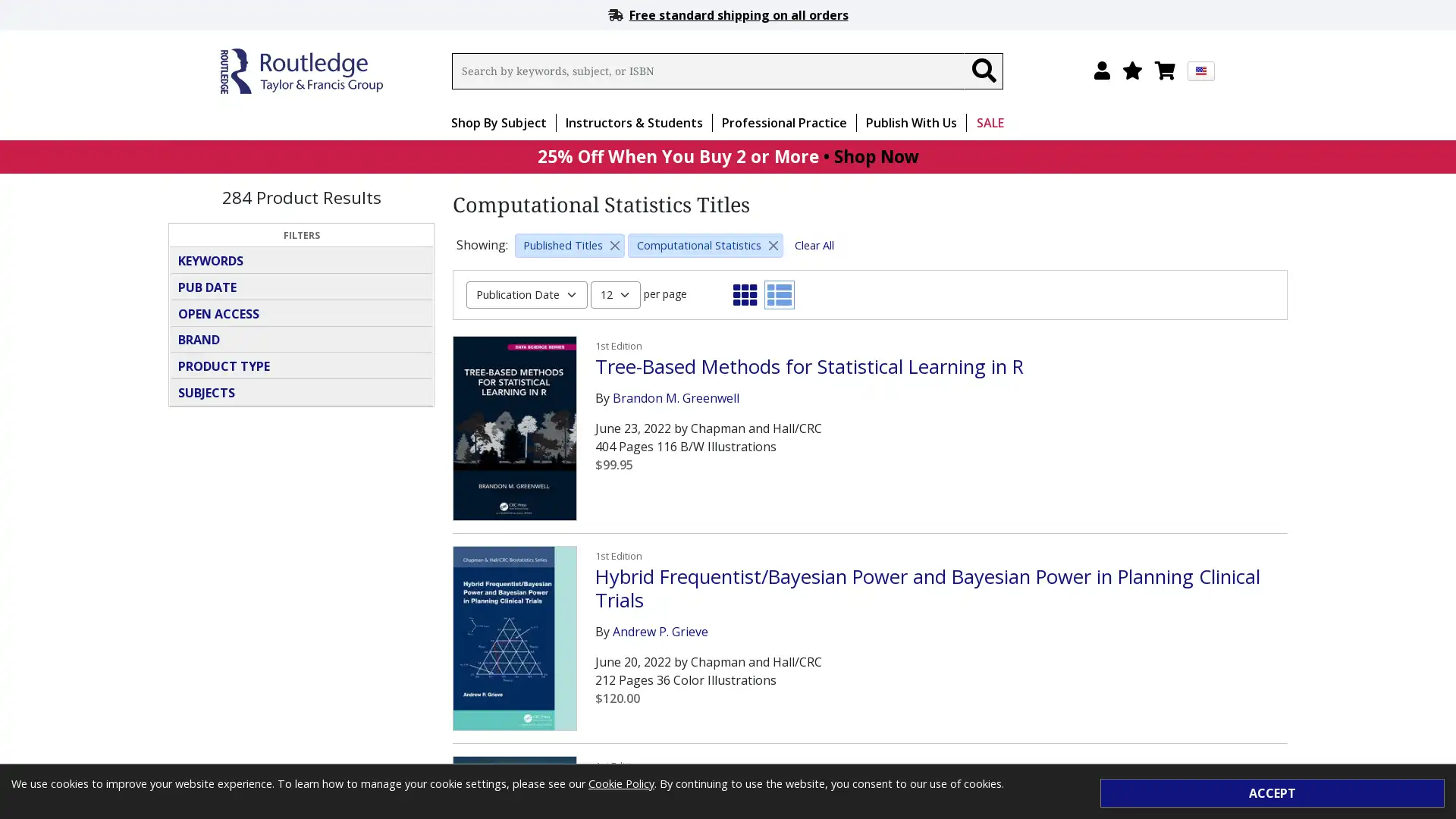  I want to click on SUBJECTS, so click(301, 391).